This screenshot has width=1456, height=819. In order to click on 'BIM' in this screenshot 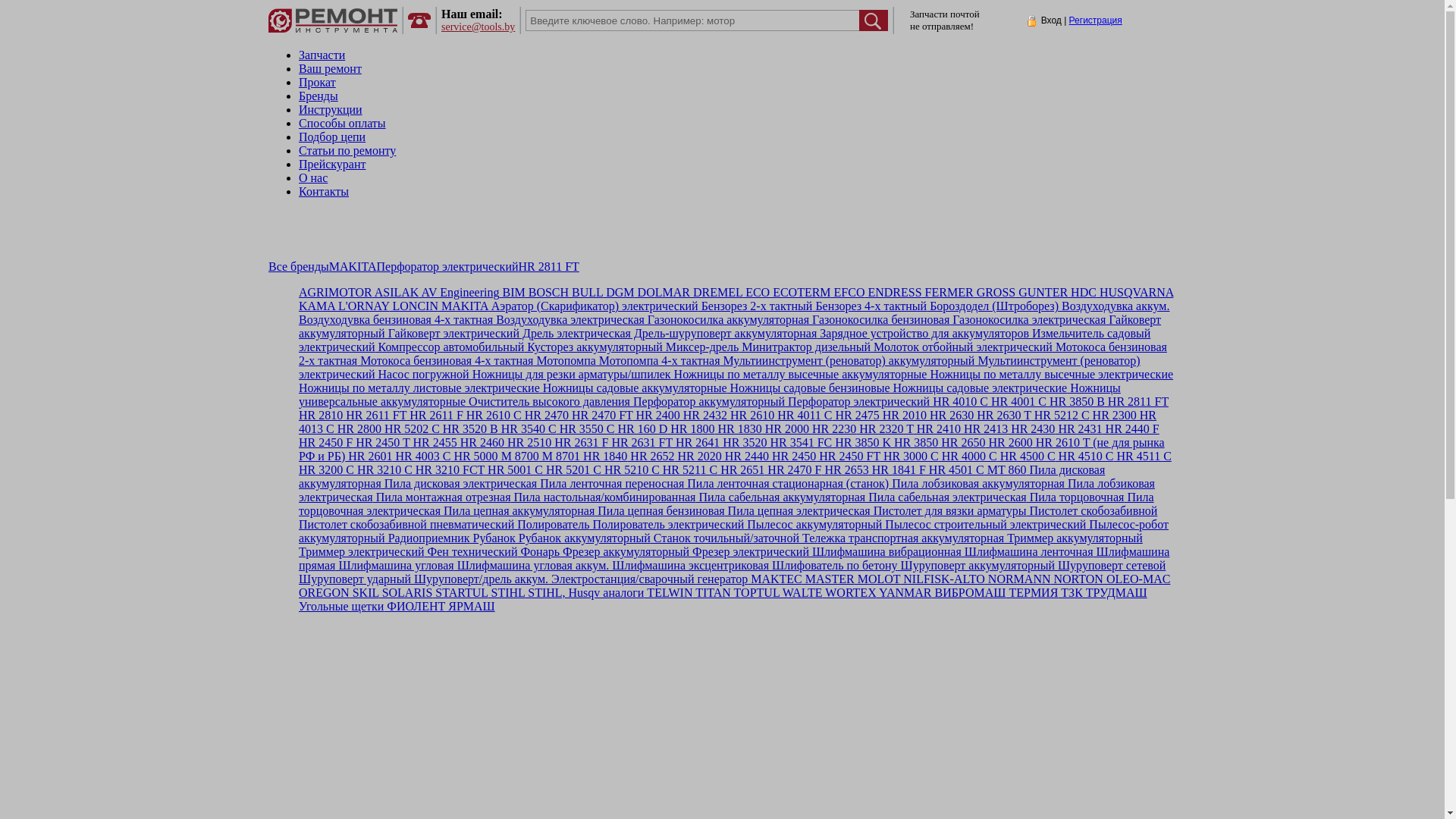, I will do `click(498, 292)`.